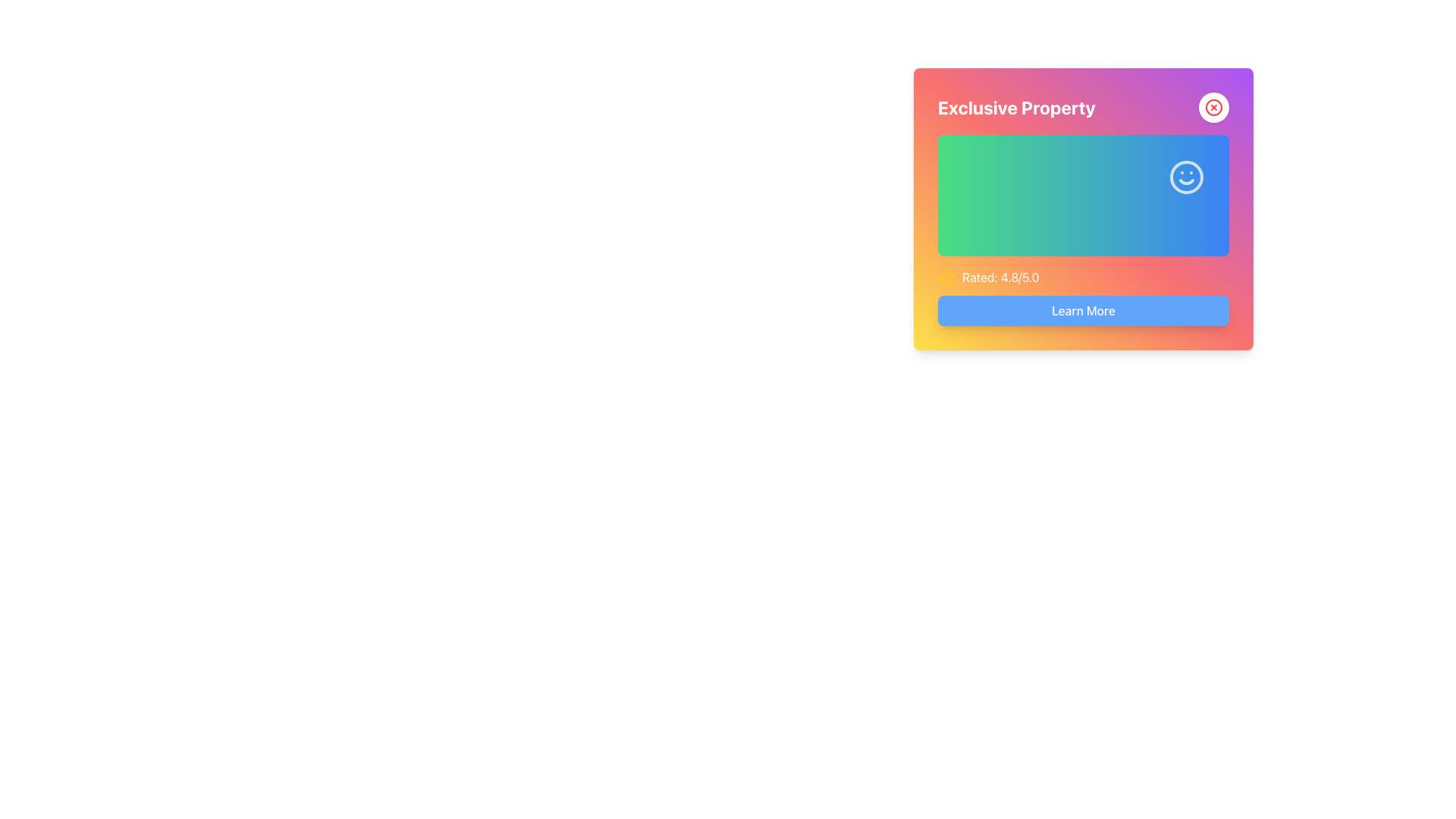 The height and width of the screenshot is (819, 1456). What do you see at coordinates (1214, 107) in the screenshot?
I see `the circular white button with a red border located at the top-right corner of the card displaying 'Exclusive Property' for keyboard navigation` at bounding box center [1214, 107].